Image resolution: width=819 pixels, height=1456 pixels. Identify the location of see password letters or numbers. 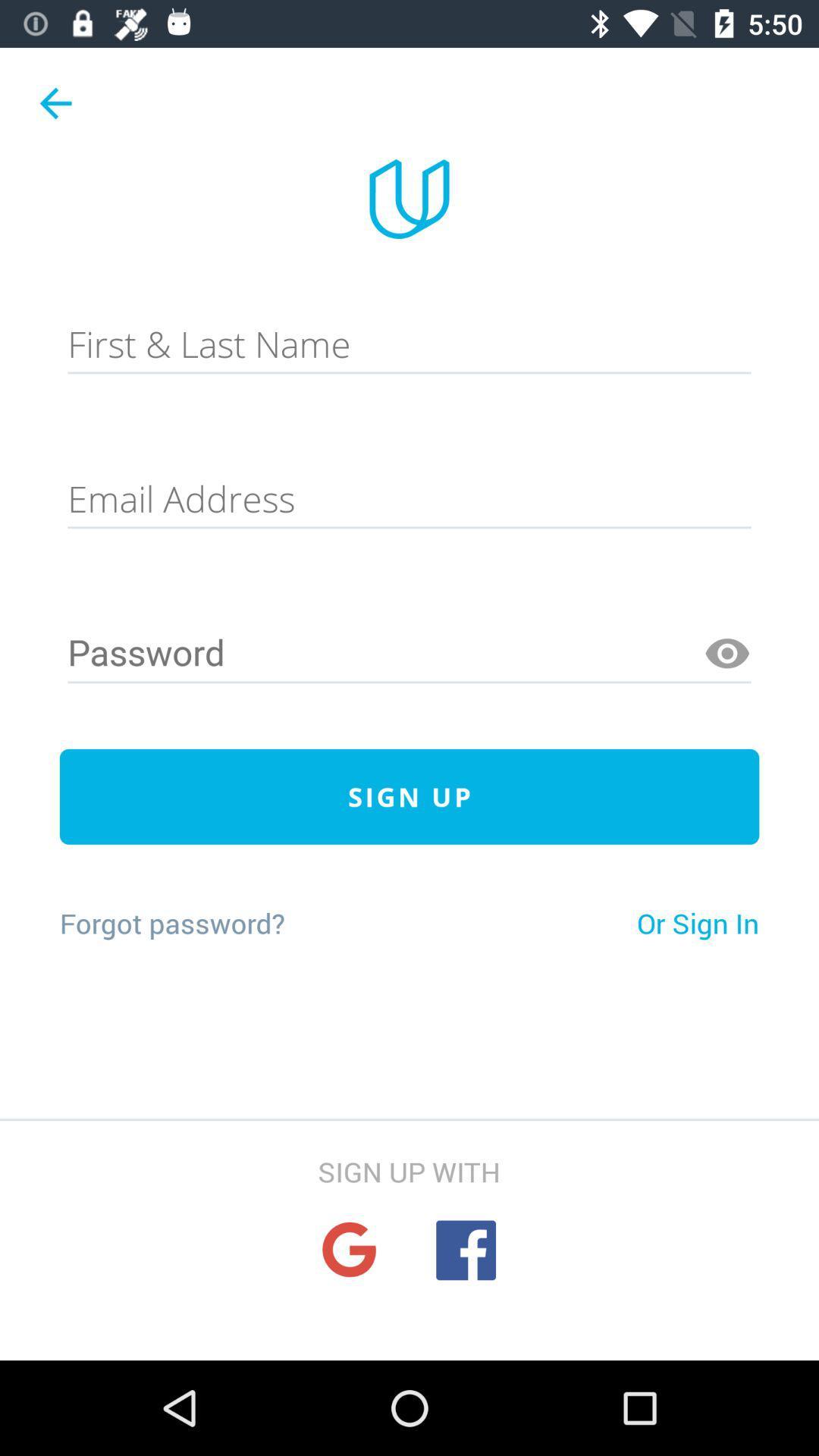
(726, 654).